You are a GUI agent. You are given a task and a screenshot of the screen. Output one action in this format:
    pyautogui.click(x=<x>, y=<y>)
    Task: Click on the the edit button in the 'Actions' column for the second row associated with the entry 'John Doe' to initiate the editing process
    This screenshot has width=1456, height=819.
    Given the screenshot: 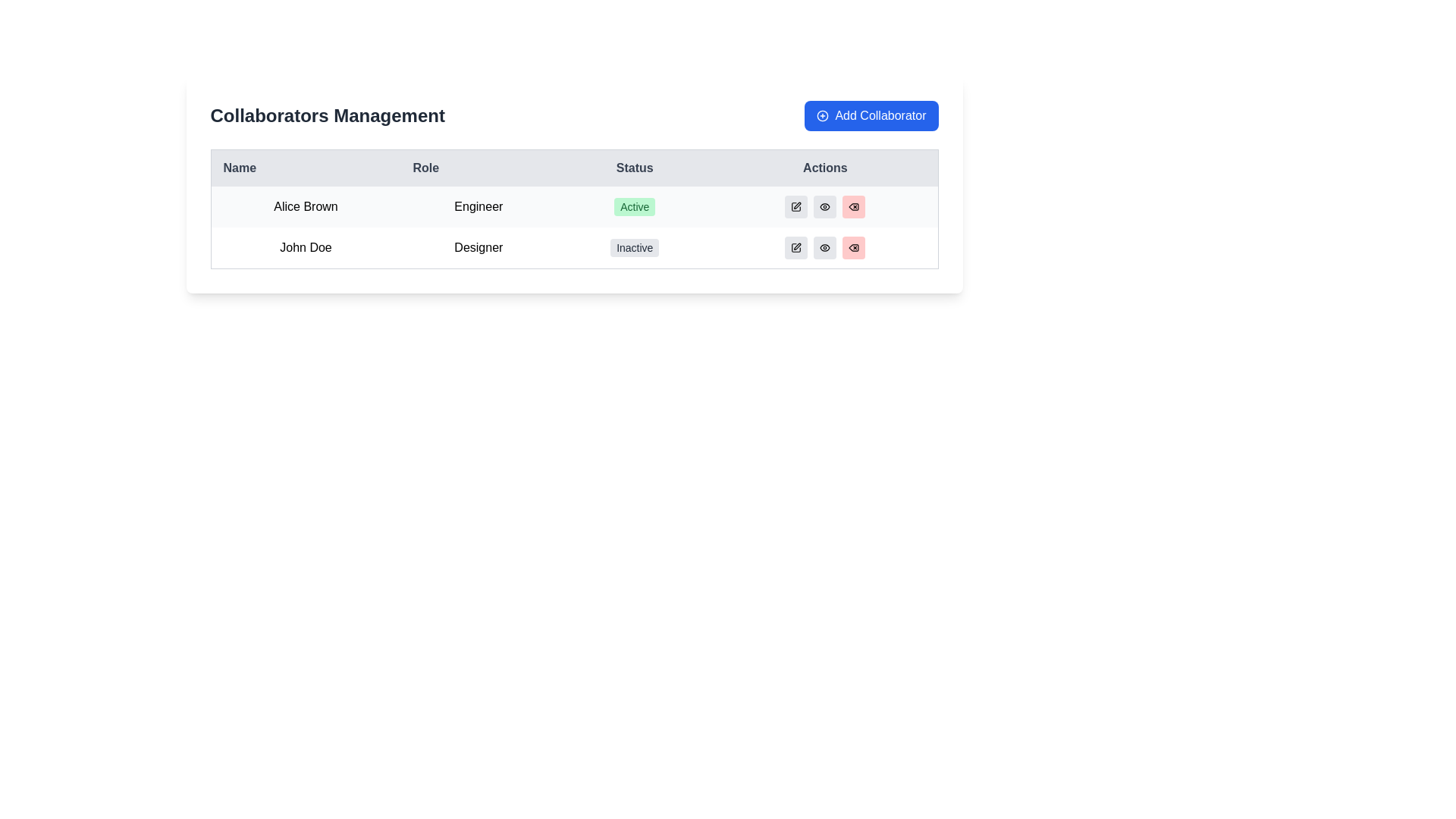 What is the action you would take?
    pyautogui.click(x=795, y=247)
    